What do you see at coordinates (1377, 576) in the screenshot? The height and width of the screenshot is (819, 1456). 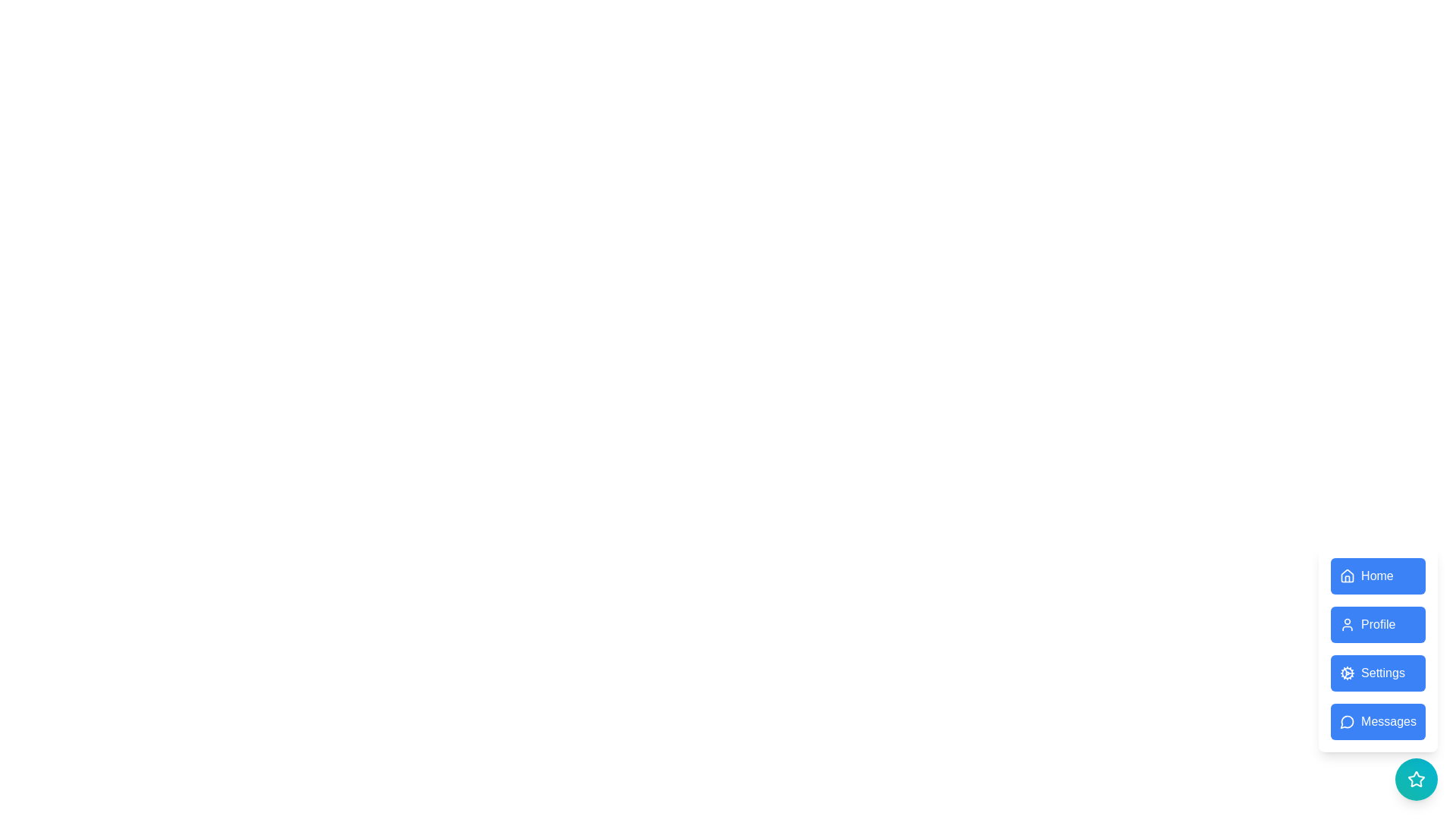 I see `the 'Home' text label within the button component, which is styled with white text on a blue background and is the first item in the vertical menu` at bounding box center [1377, 576].